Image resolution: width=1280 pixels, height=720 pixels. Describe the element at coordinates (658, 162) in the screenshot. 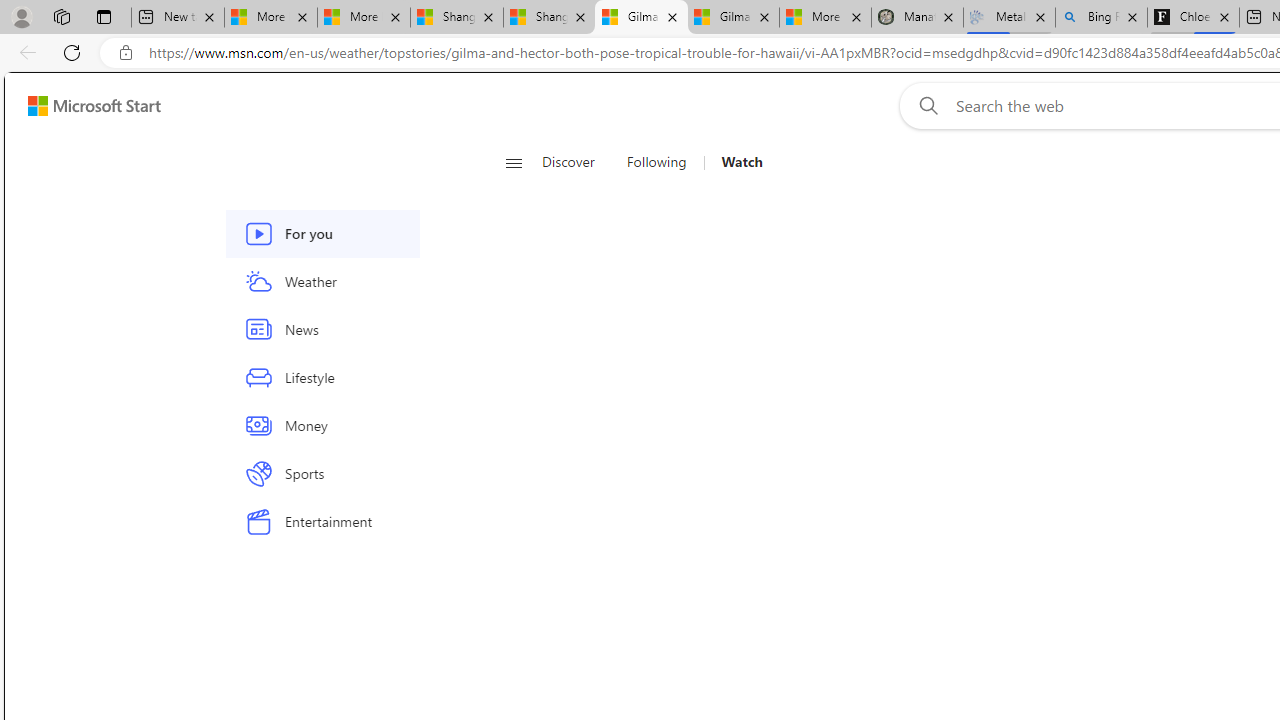

I see `'Following'` at that location.